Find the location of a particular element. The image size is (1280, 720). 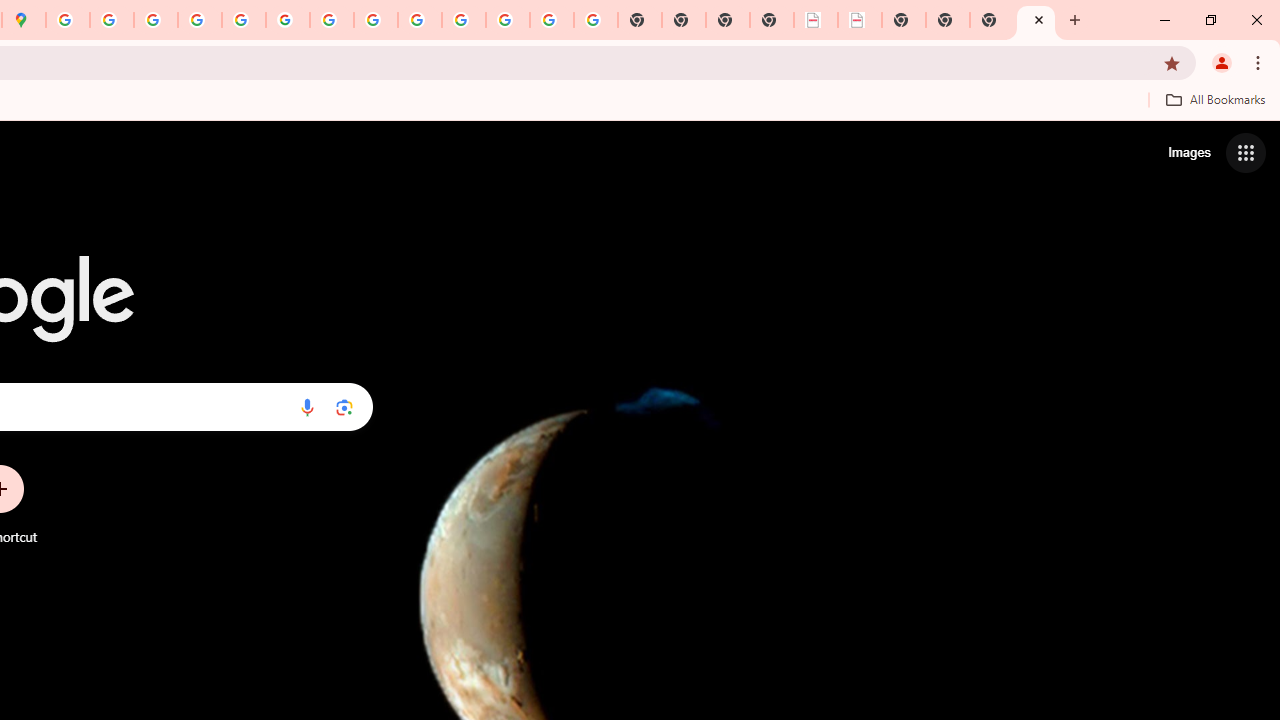

'New Tab' is located at coordinates (1036, 20).